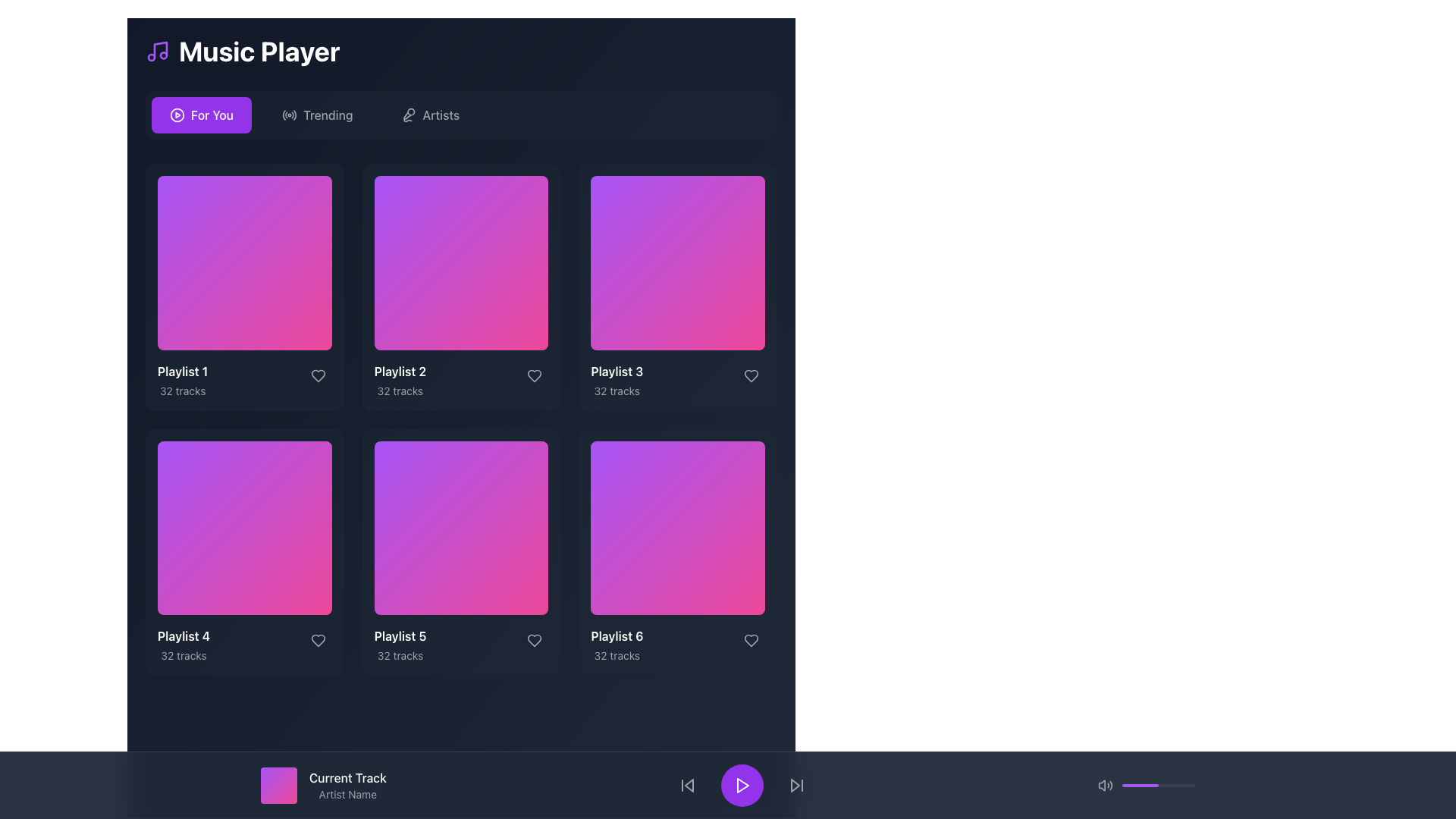 The width and height of the screenshot is (1456, 819). Describe the element at coordinates (182, 379) in the screenshot. I see `the non-interactive text label that displays the playlist name and track count, located in the top-left playlist card, below the album art thumbnail and above the heart icon` at that location.